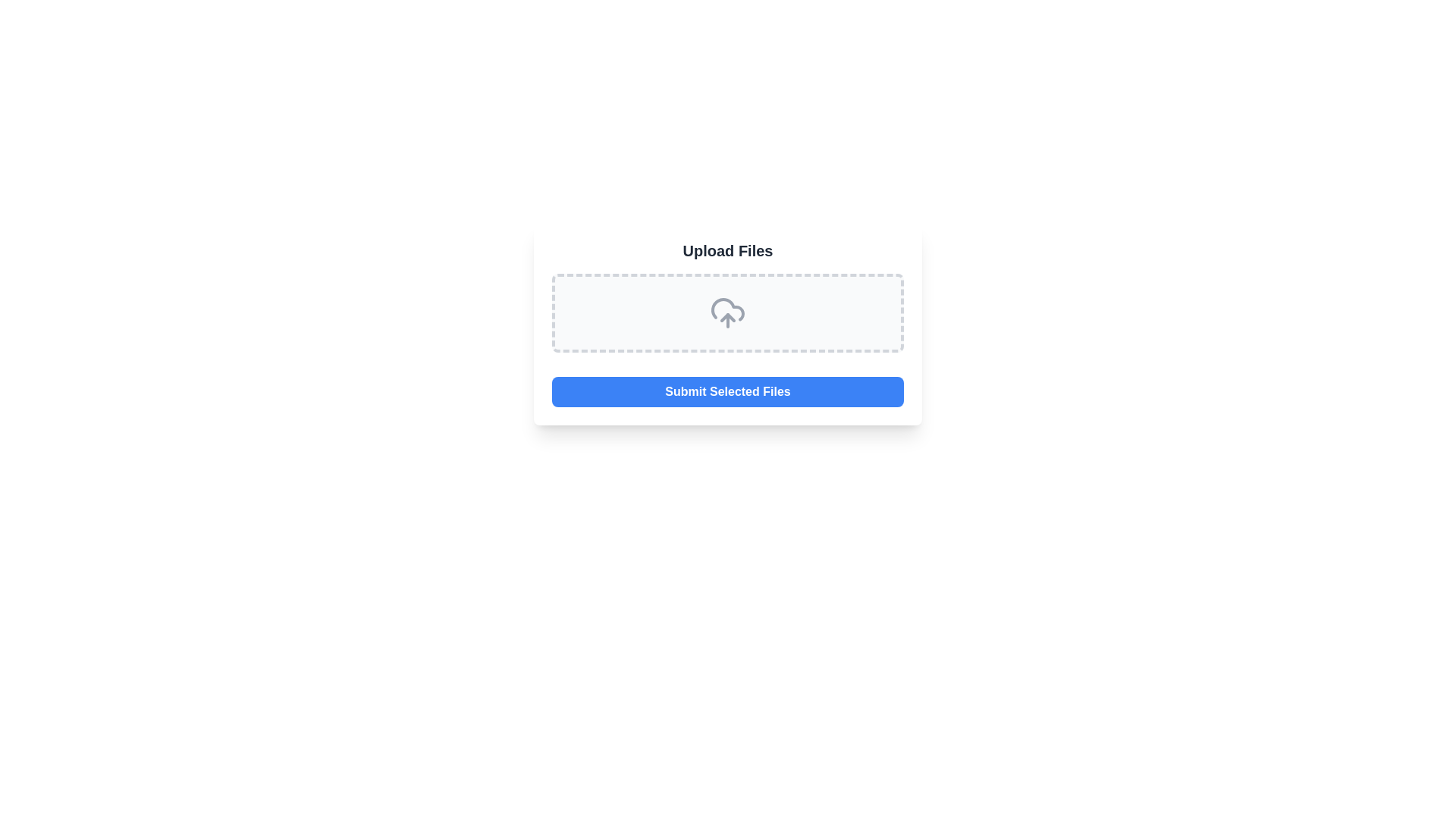  I want to click on the Drag-and-drop file upload area, which has a dashed border and a central cloud icon with an upward arrow, so click(728, 312).